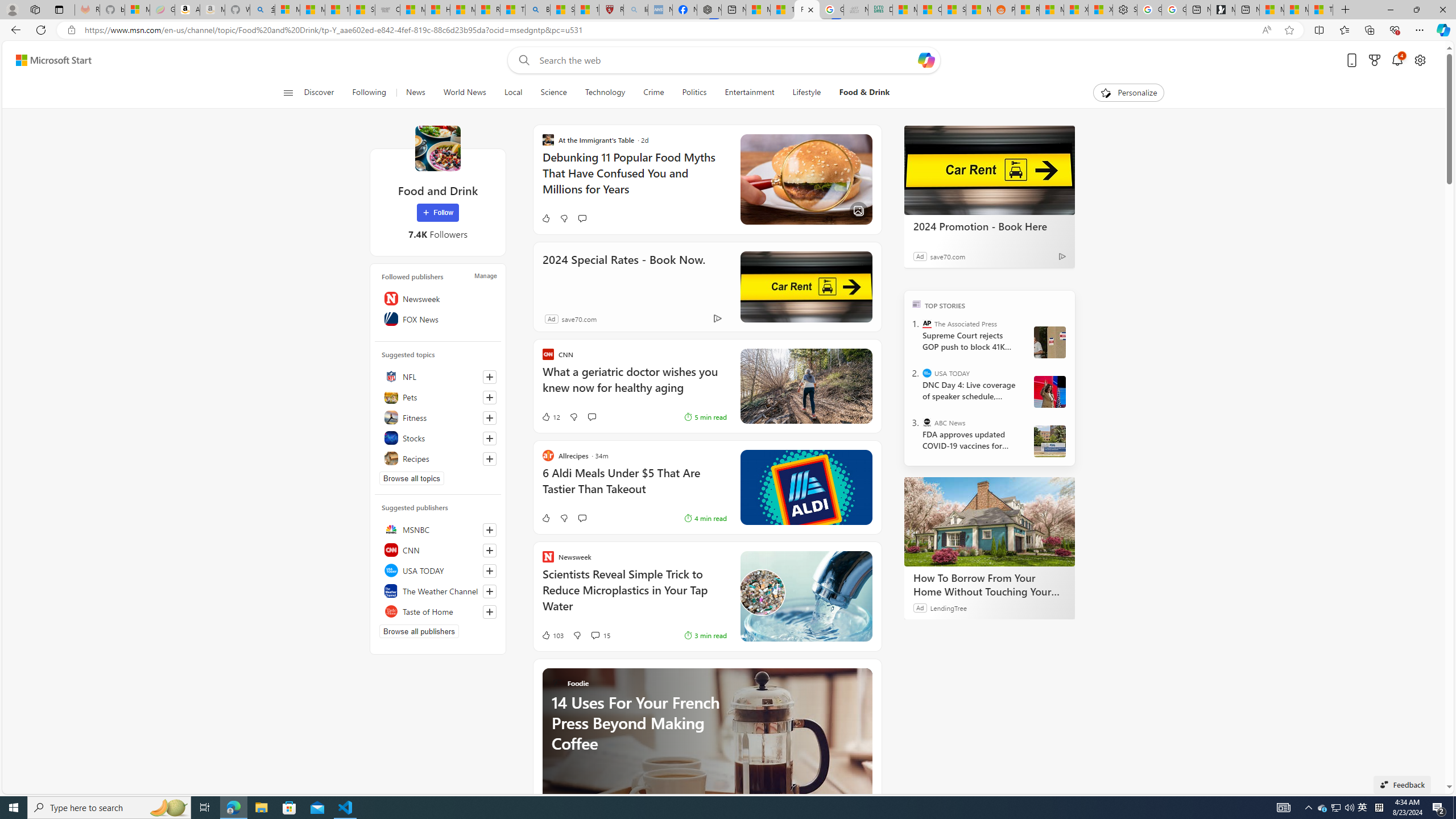  I want to click on 'FOX News', so click(438, 318).